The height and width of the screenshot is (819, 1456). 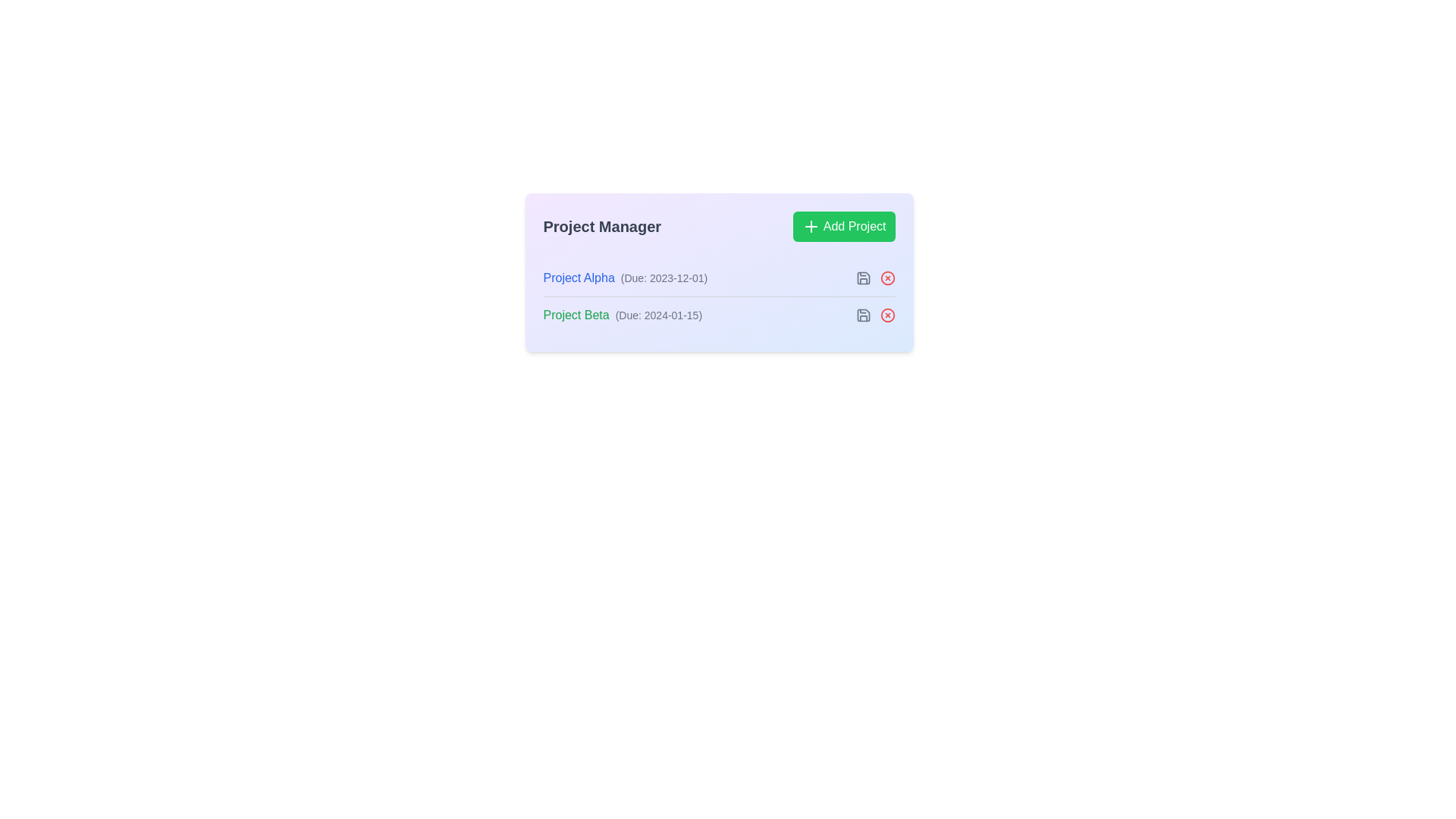 What do you see at coordinates (875, 278) in the screenshot?
I see `the right icon of the interactive group that represents a delete operation, located to the far right of the text 'Project Alpha (Due: 2023-12-01)'` at bounding box center [875, 278].